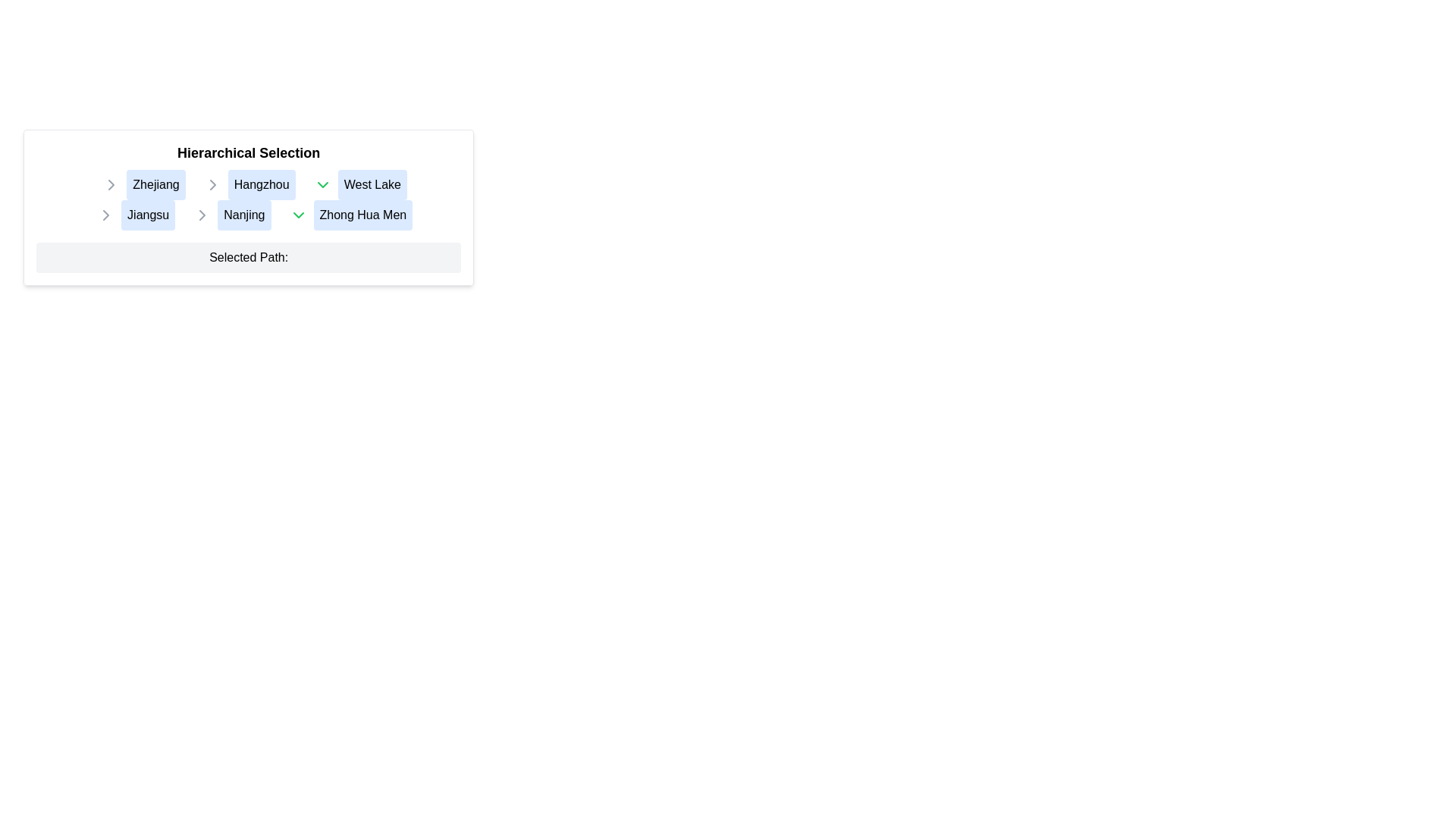  What do you see at coordinates (303, 215) in the screenshot?
I see `the text label displaying 'Nanjing Zhong Hua Men', which is part of a hierarchical selection interface and located in the bottom row to the right of the 'Nanjing' selection item` at bounding box center [303, 215].